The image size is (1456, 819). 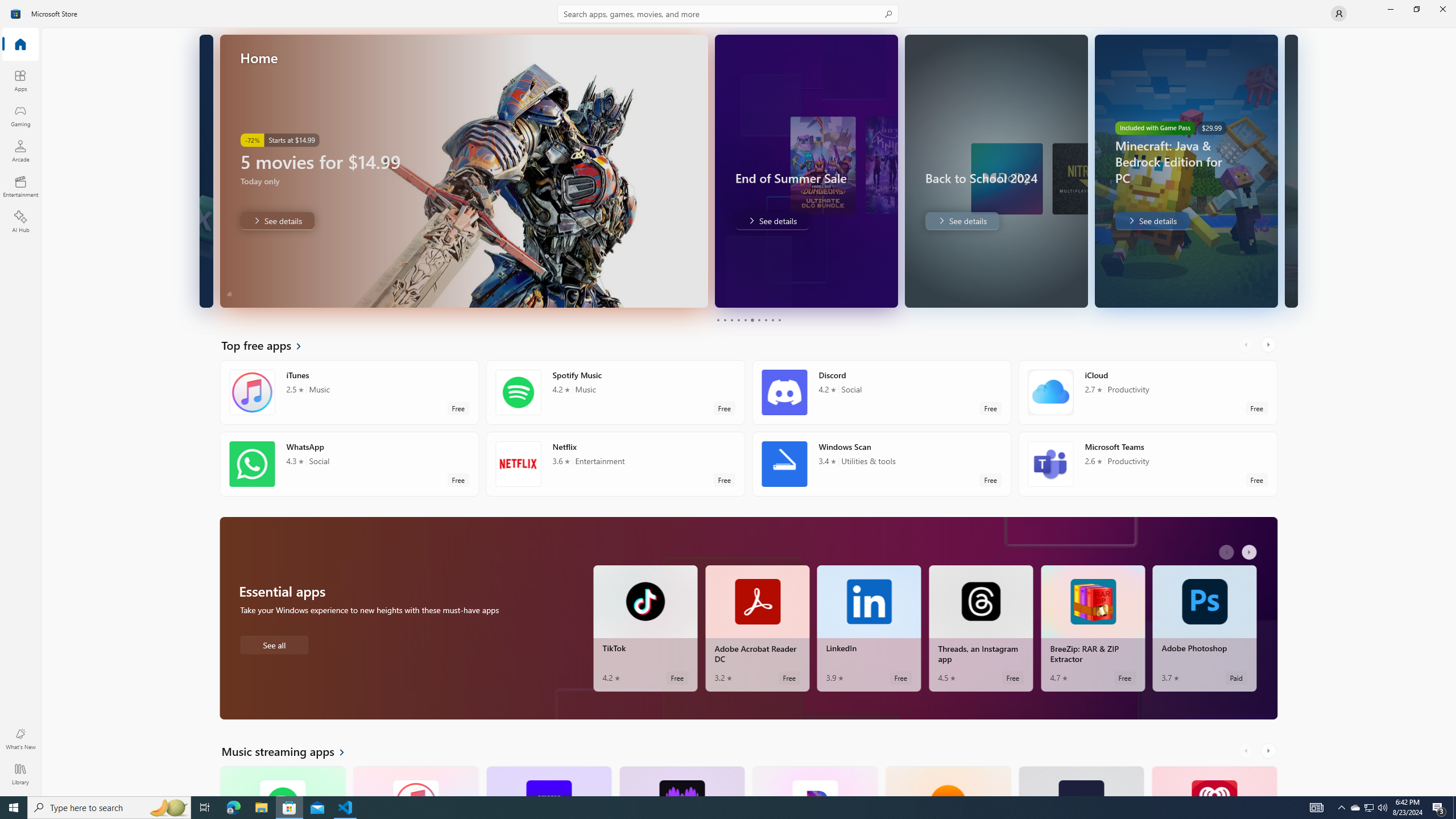 I want to click on 'Minimize Microsoft Store', so click(x=1389, y=9).